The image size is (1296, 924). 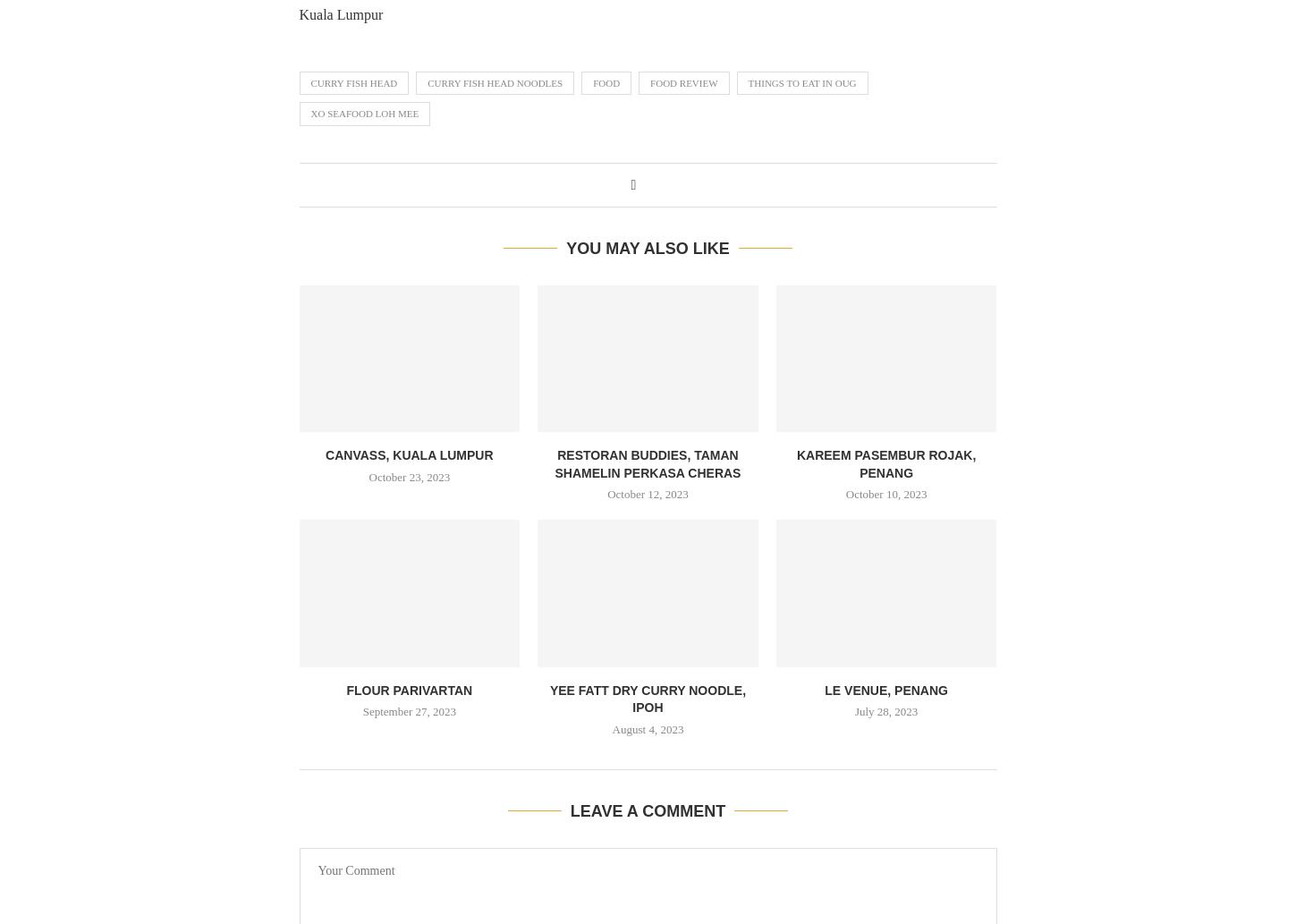 I want to click on 'Curry Fish Head', so click(x=352, y=82).